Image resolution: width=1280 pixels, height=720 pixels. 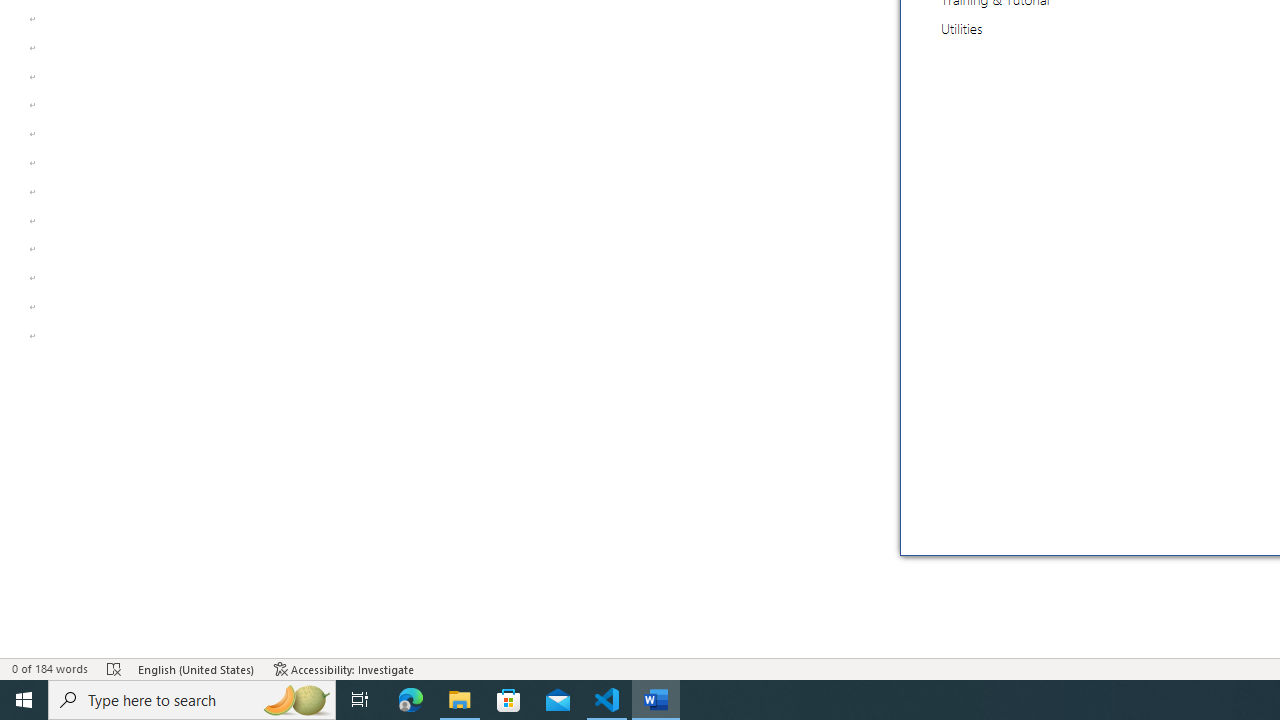 What do you see at coordinates (410, 698) in the screenshot?
I see `'Microsoft Edge'` at bounding box center [410, 698].